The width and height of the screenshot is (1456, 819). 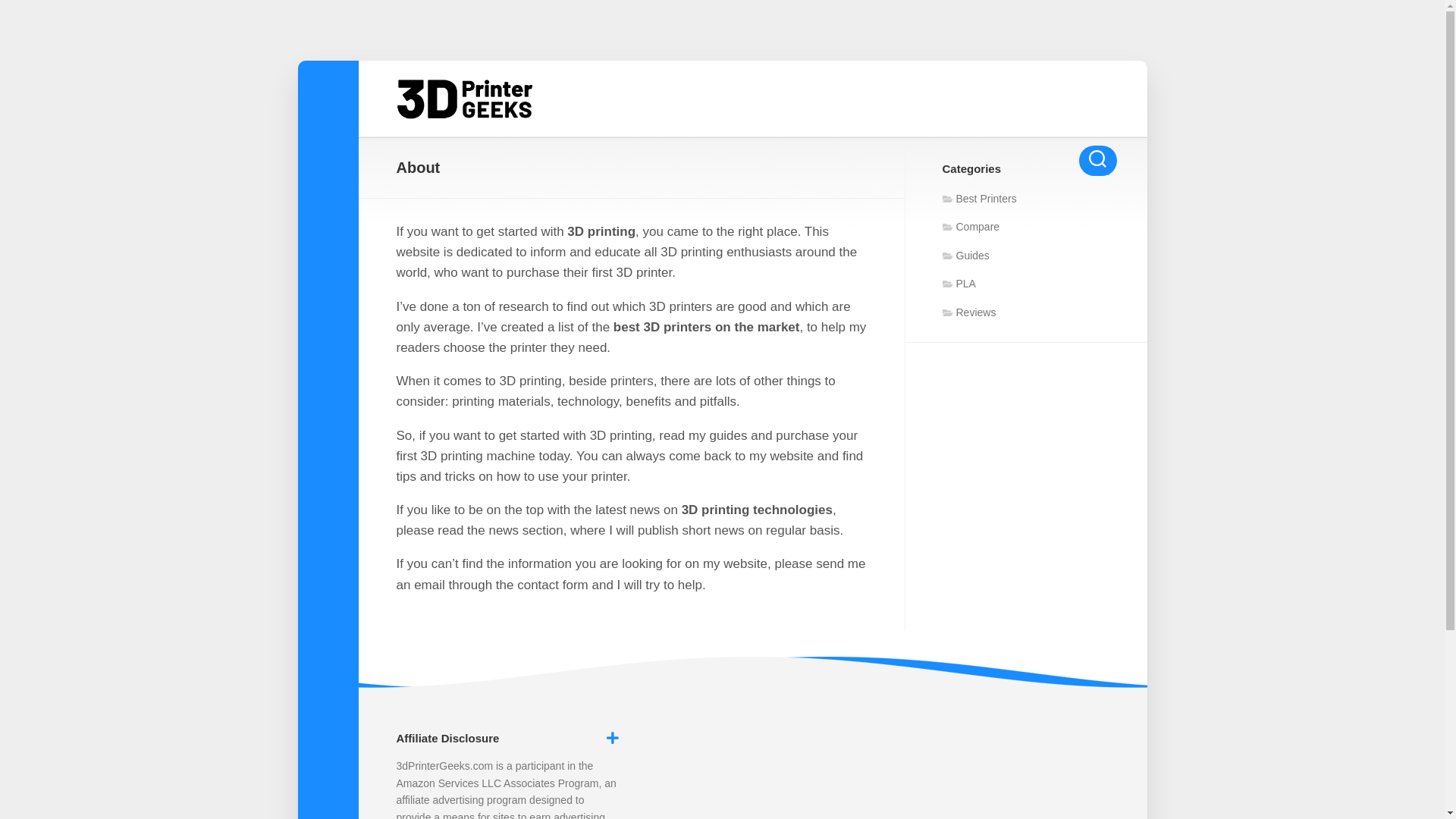 What do you see at coordinates (971, 227) in the screenshot?
I see `'Compare'` at bounding box center [971, 227].